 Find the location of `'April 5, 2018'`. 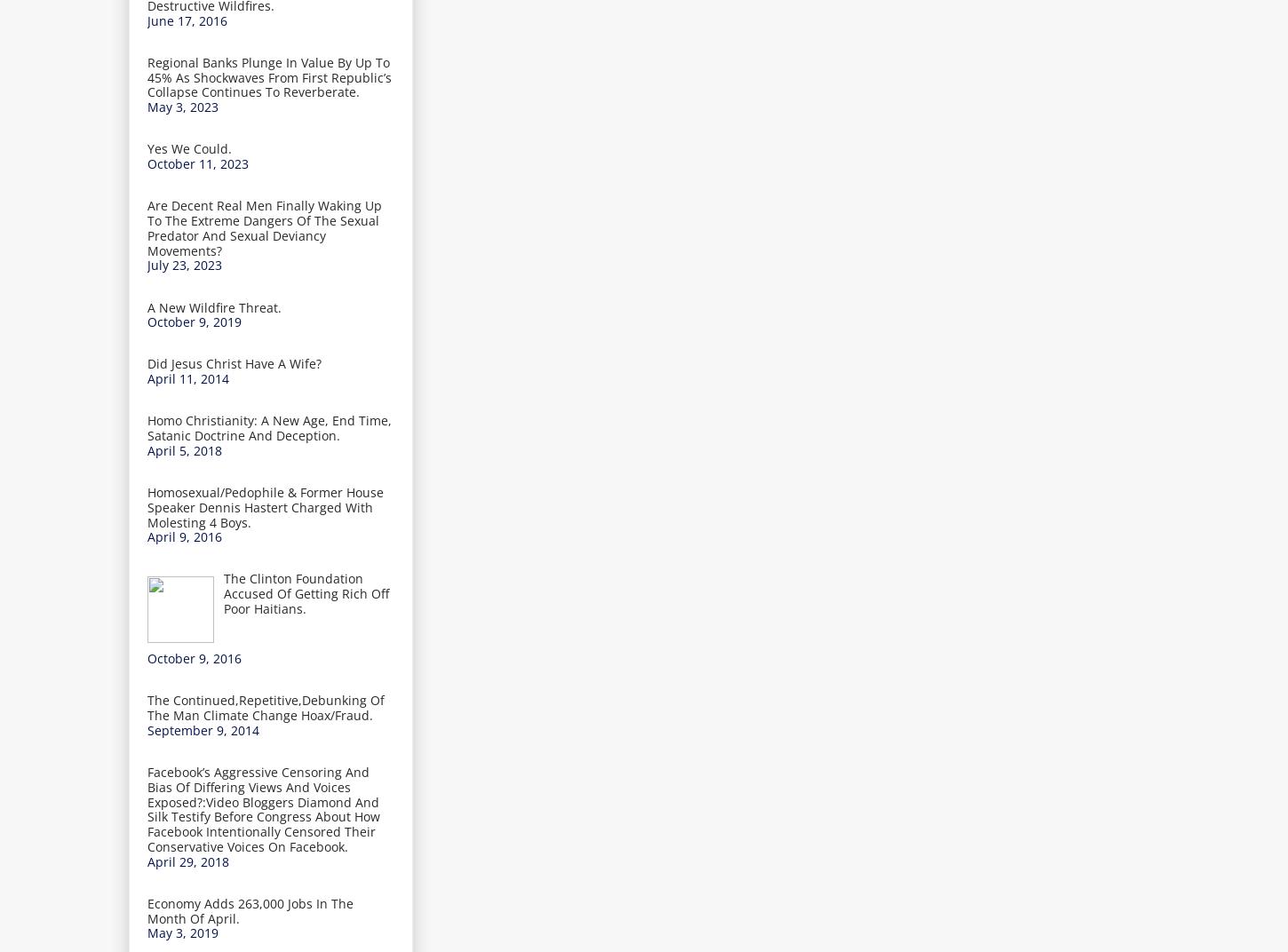

'April 5, 2018' is located at coordinates (183, 449).